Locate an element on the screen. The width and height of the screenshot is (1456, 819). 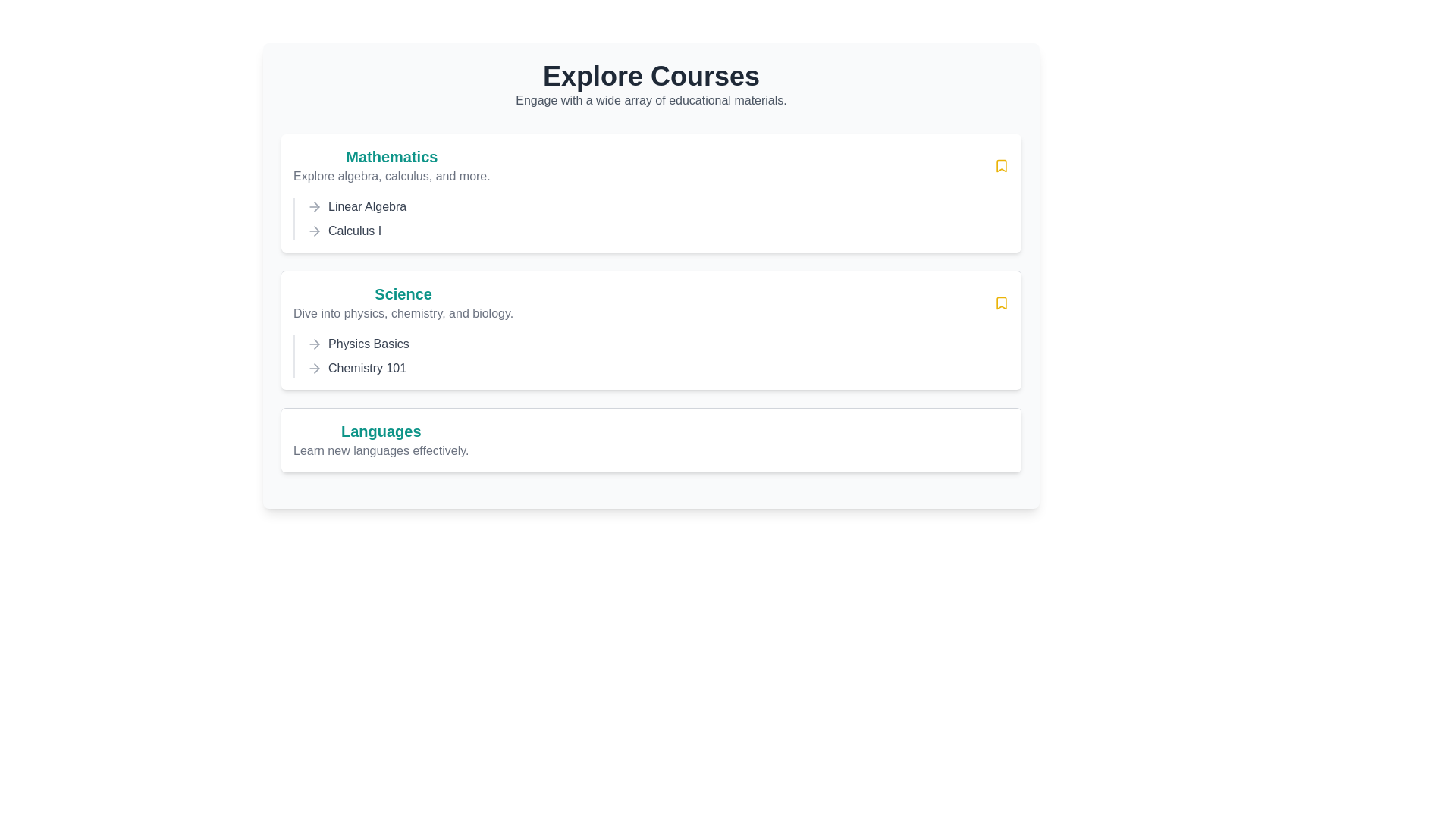
the bookmark icon with a yellow stroke located to the far right of the 'Science' section to mark it as a favorite is located at coordinates (1001, 303).